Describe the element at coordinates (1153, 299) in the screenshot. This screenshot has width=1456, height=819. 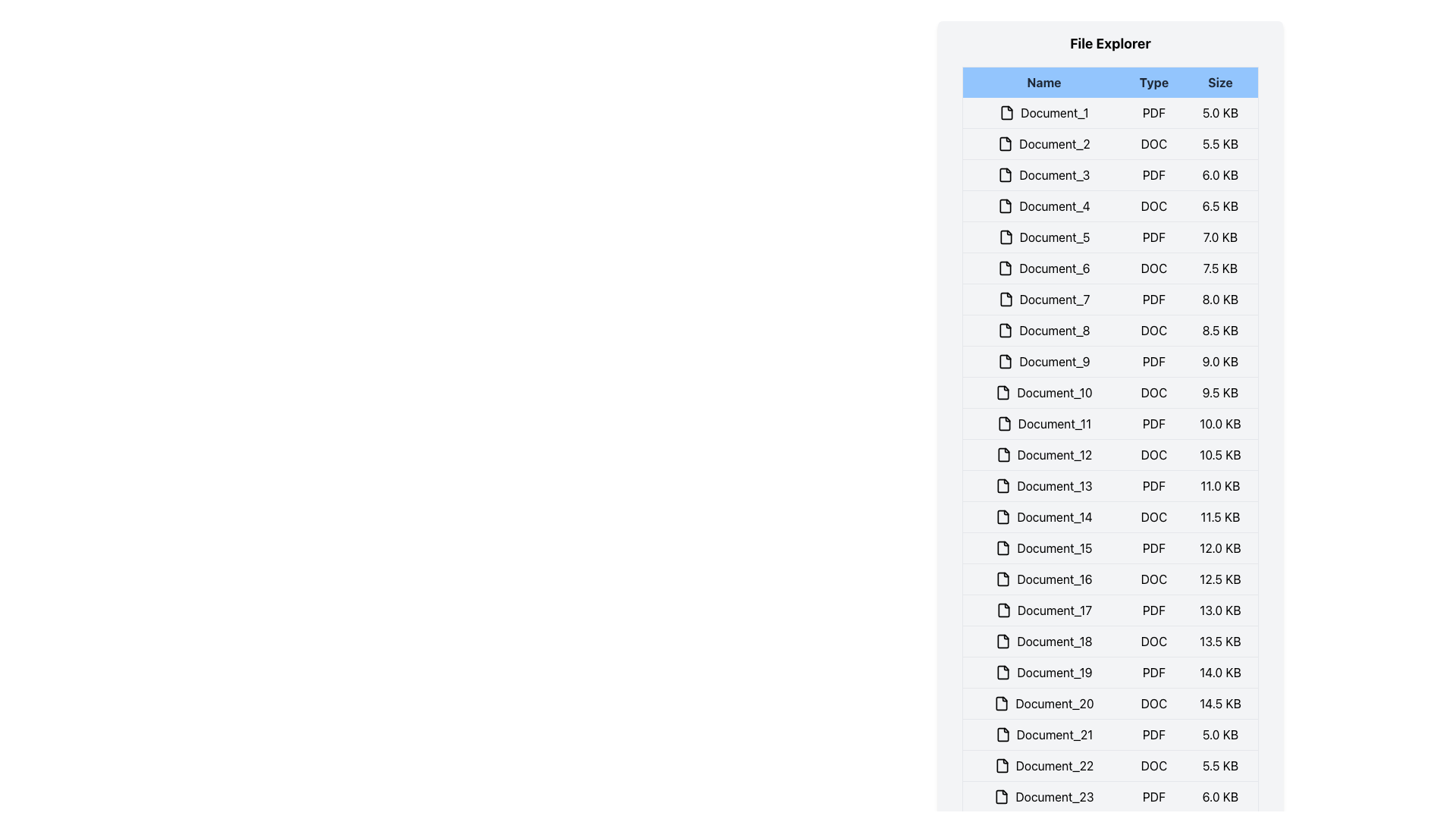
I see `the text label indicating the file type 'PDF' in the 'Type' column of the seventh row labeled 'Document_7', located between the 'Name' and 'Size' columns` at that location.